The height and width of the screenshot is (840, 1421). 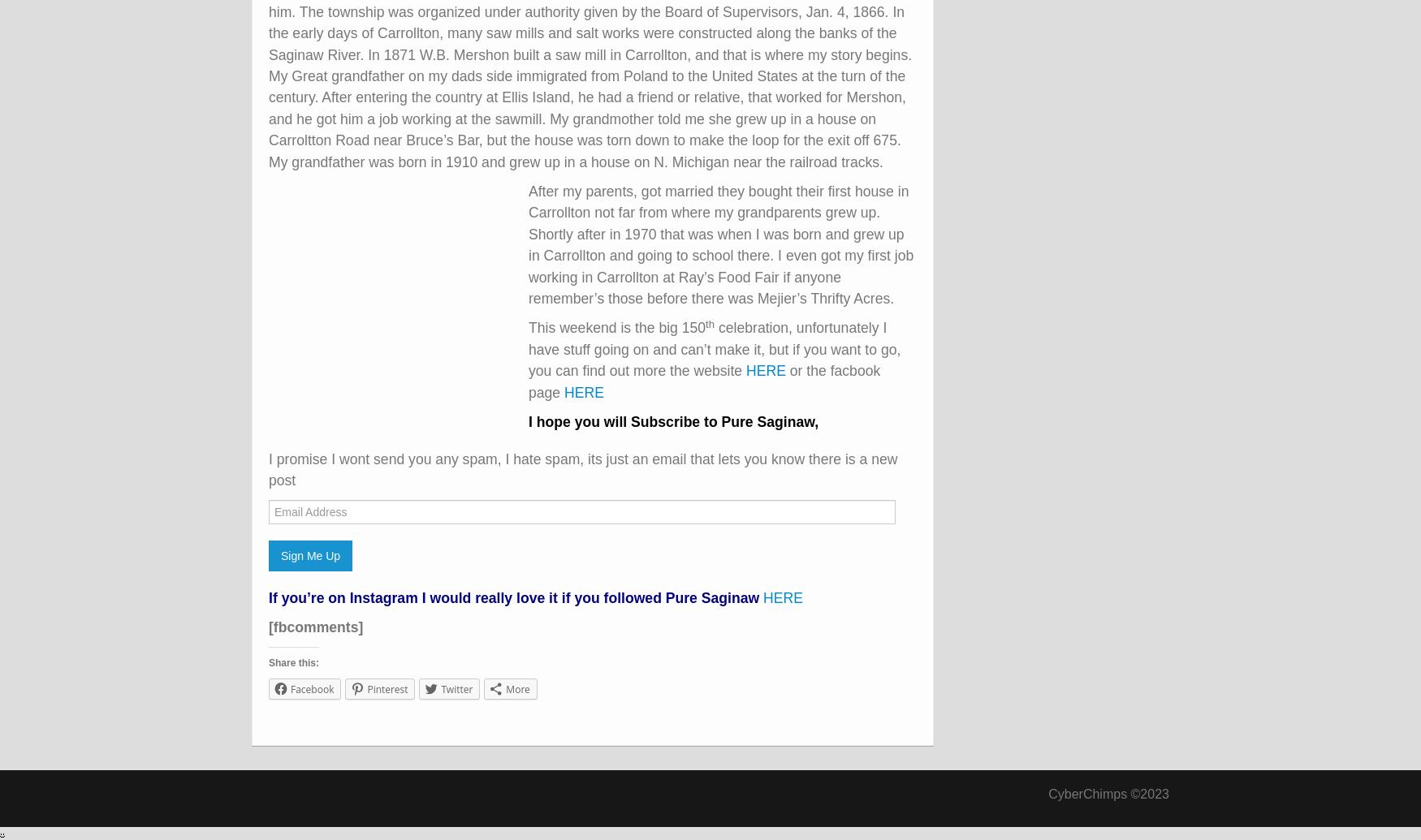 I want to click on 'Facebook', so click(x=311, y=687).